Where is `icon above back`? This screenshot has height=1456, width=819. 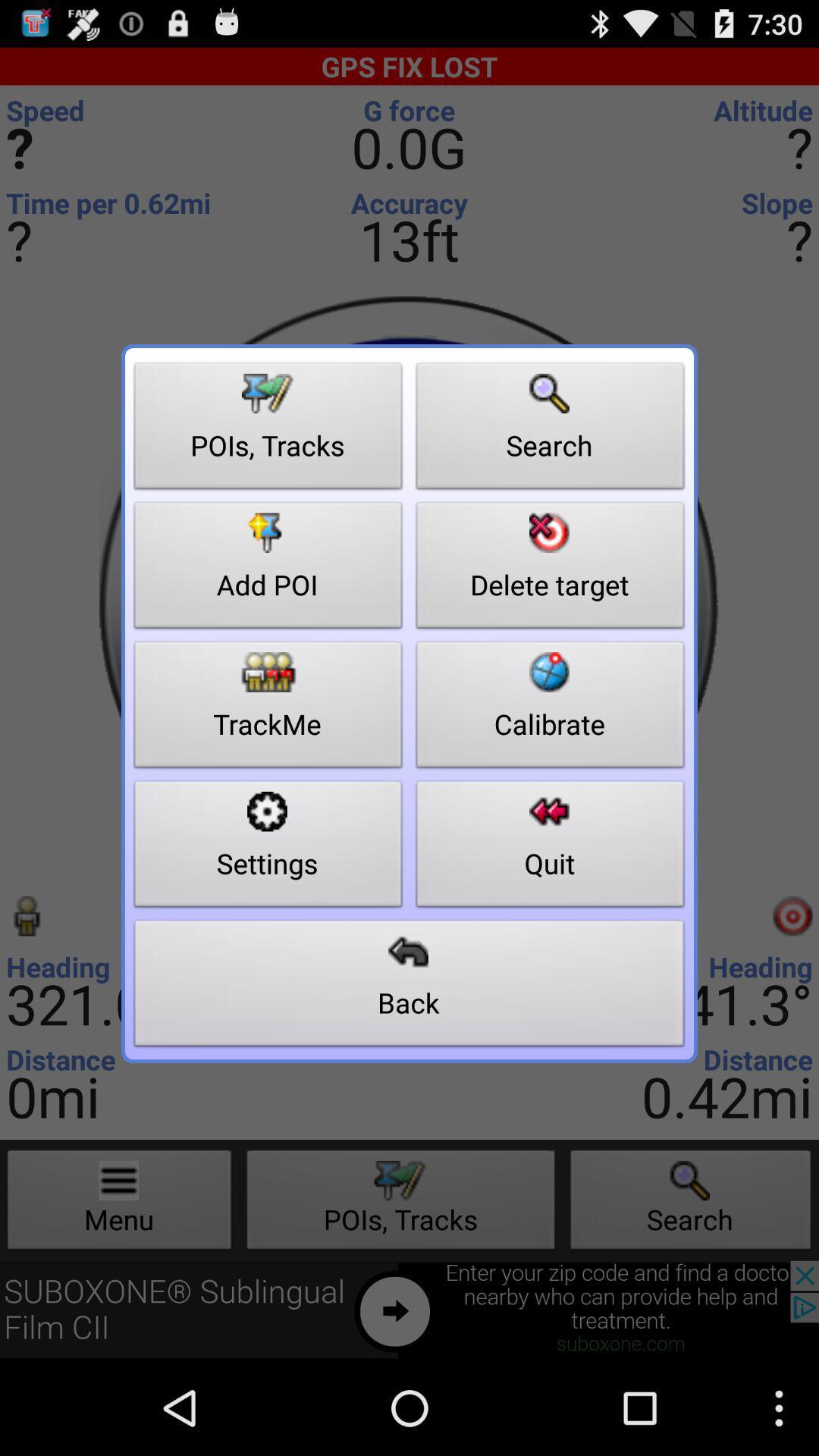 icon above back is located at coordinates (550, 847).